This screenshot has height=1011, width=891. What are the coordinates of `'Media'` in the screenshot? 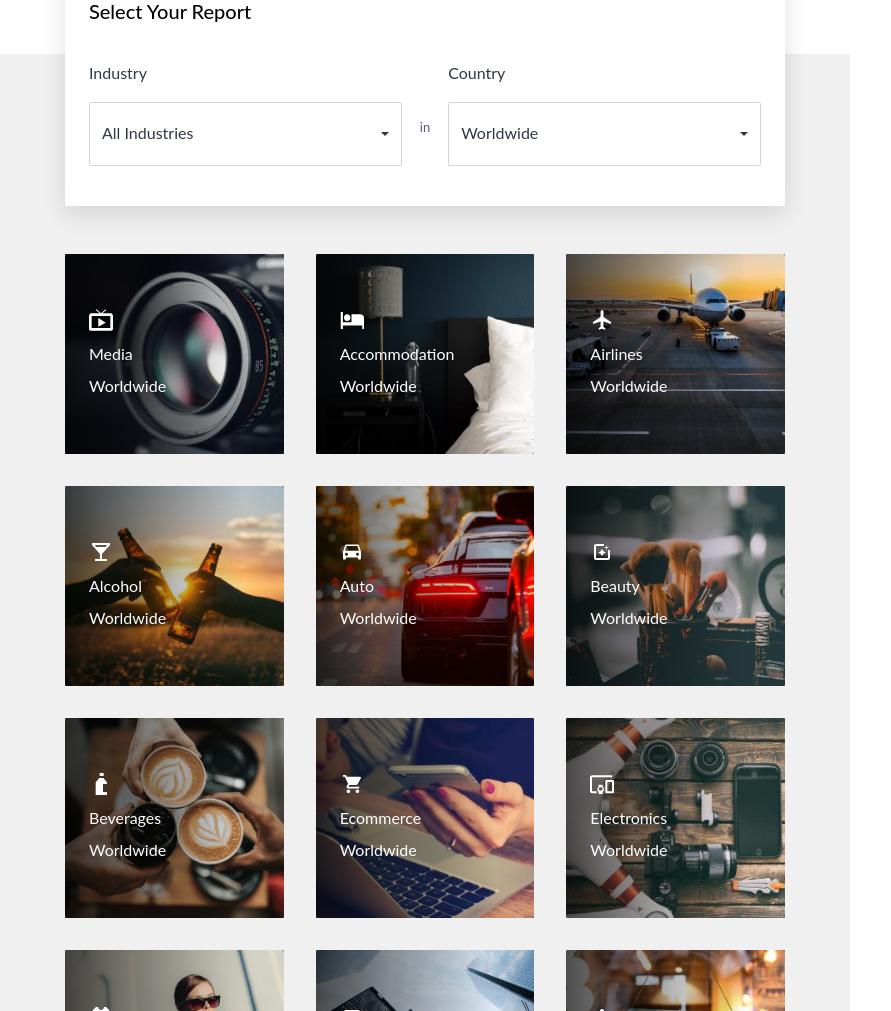 It's located at (109, 353).